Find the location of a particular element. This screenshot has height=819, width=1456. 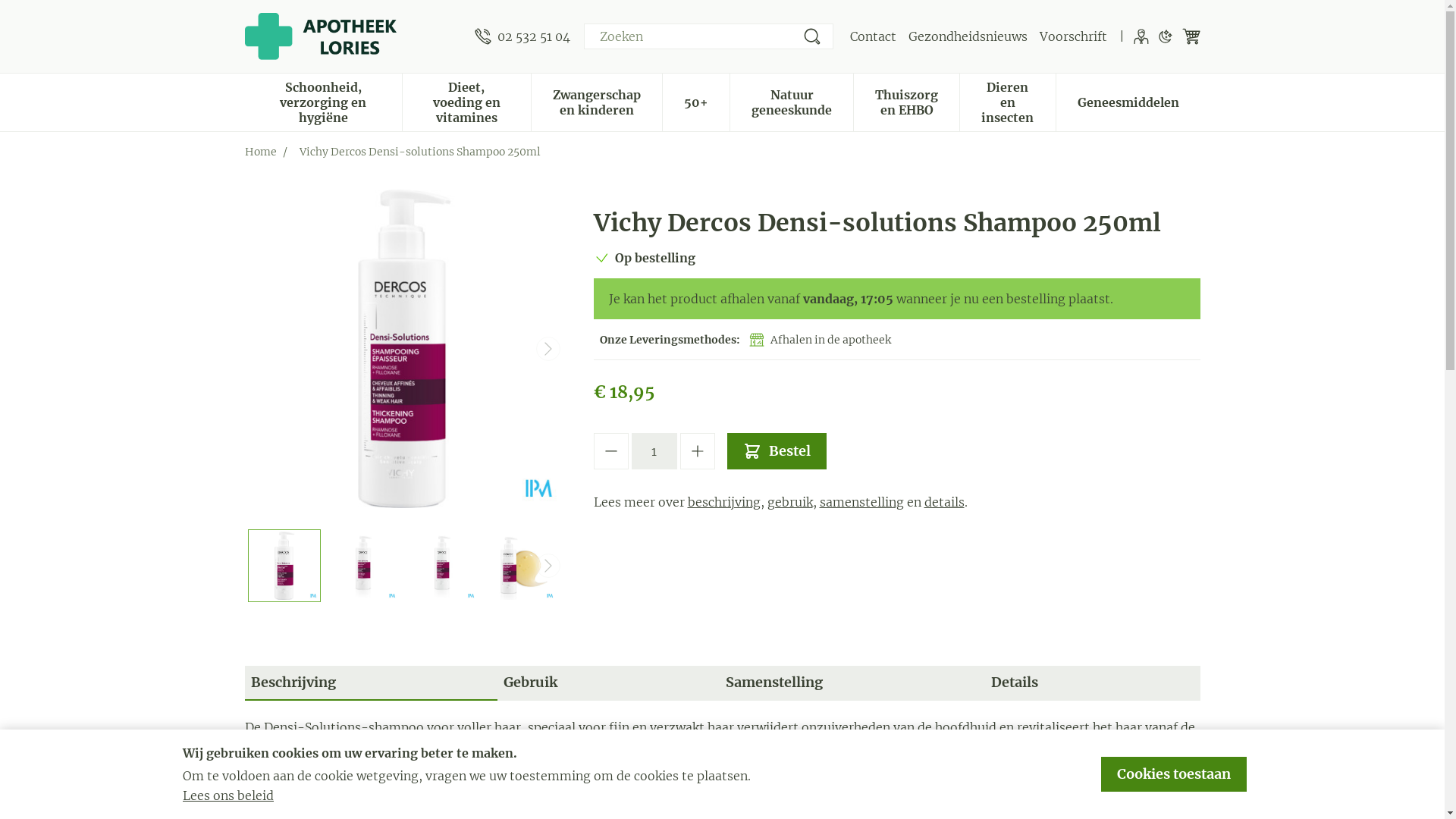

'Dieren en insecten' is located at coordinates (1007, 100).